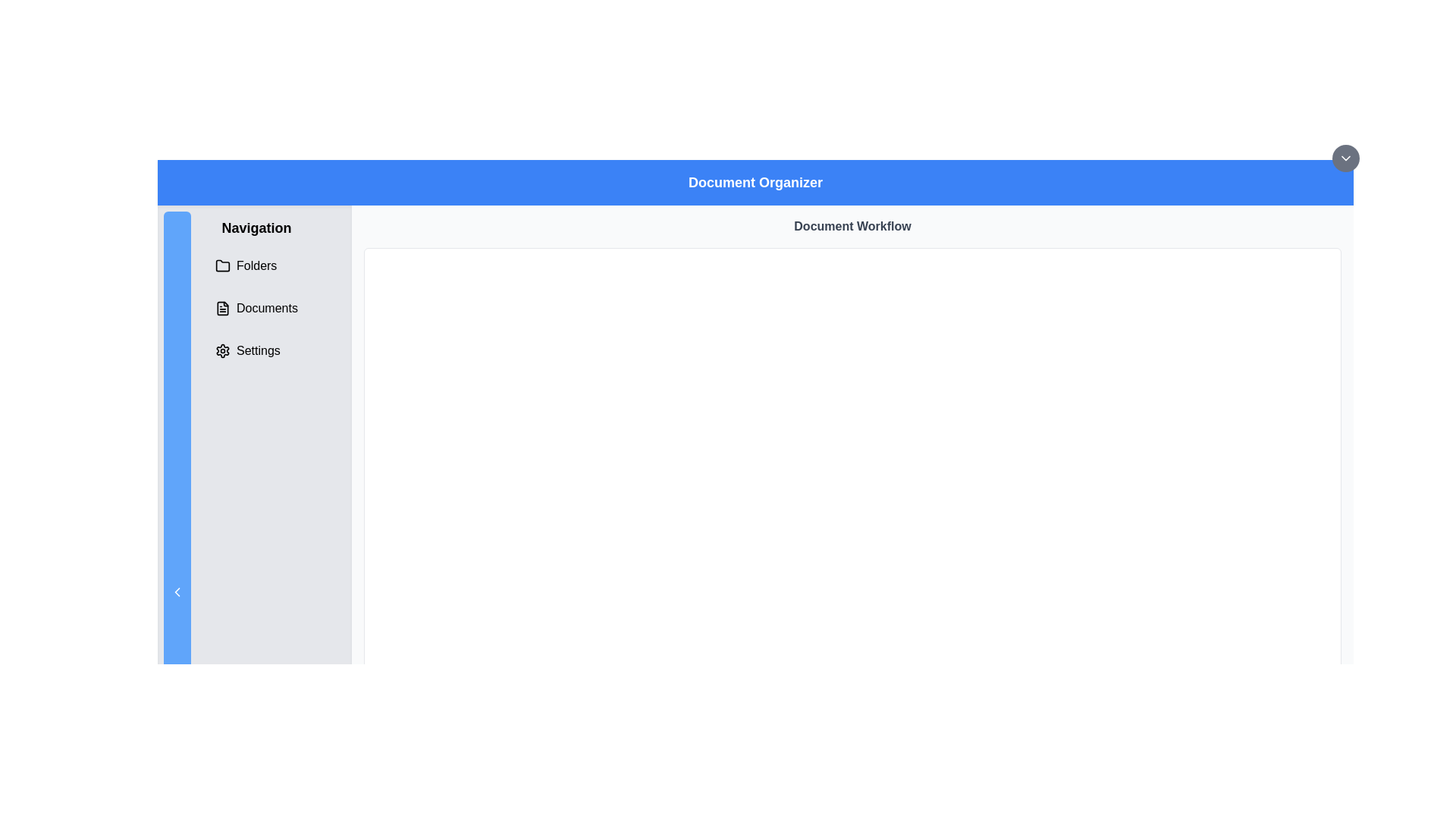 The image size is (1456, 819). What do you see at coordinates (256, 350) in the screenshot?
I see `the third item in the Navigation menu, which is a navigational link that redirects to the settings configuration page` at bounding box center [256, 350].